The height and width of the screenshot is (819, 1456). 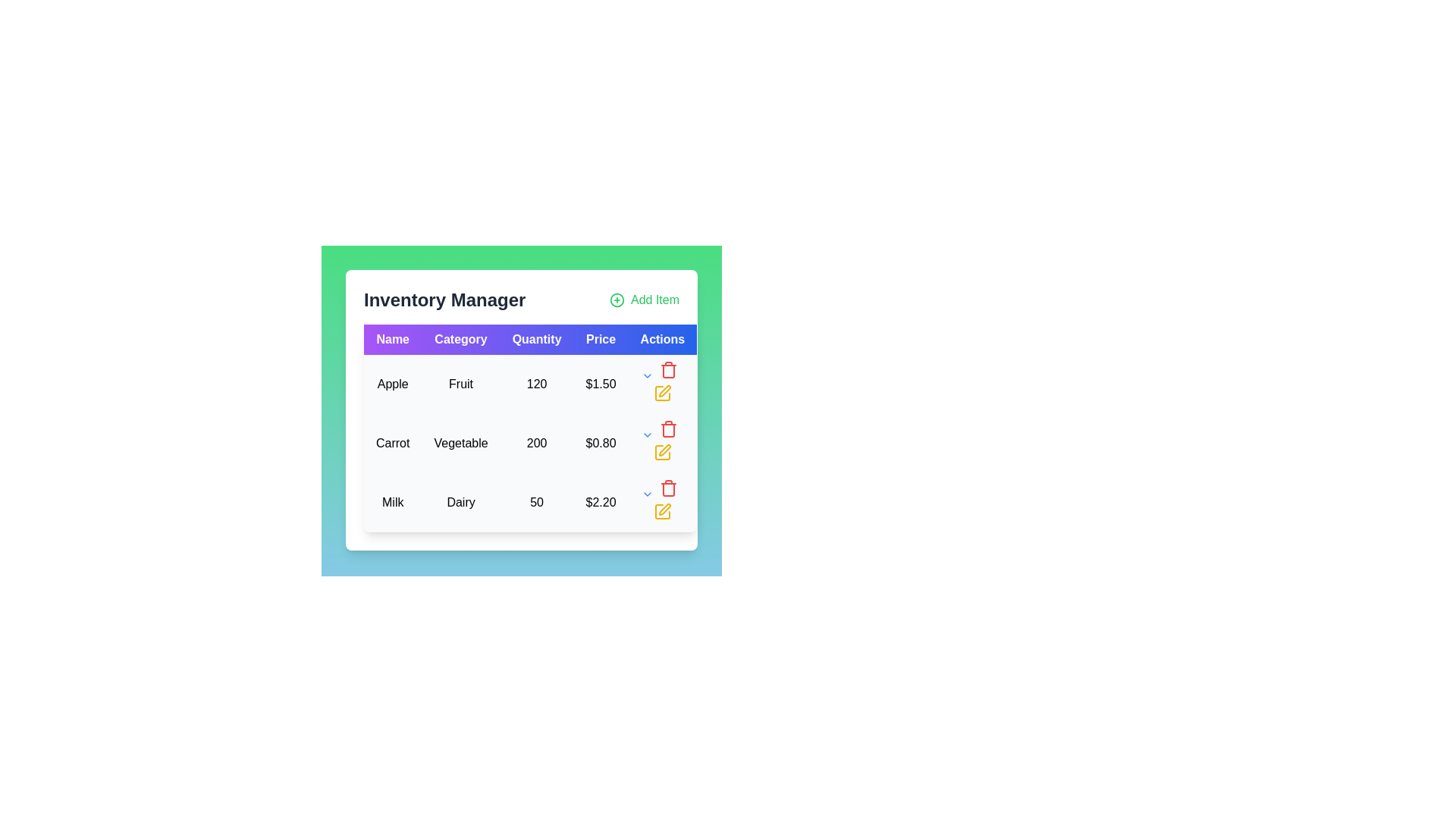 I want to click on the static text label displaying the price '$2.20' for the item 'Milk' in the 'Price' column of the table, so click(x=600, y=503).